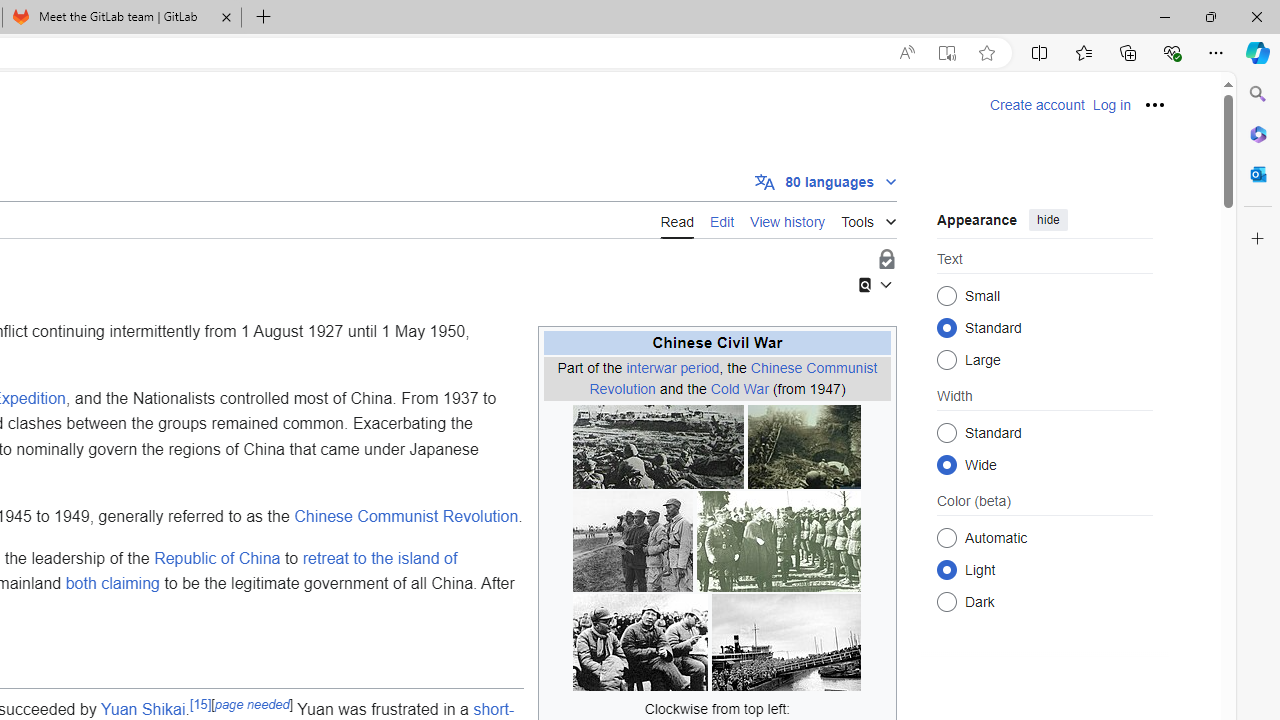 Image resolution: width=1280 pixels, height=720 pixels. Describe the element at coordinates (946, 358) in the screenshot. I see `'Large'` at that location.